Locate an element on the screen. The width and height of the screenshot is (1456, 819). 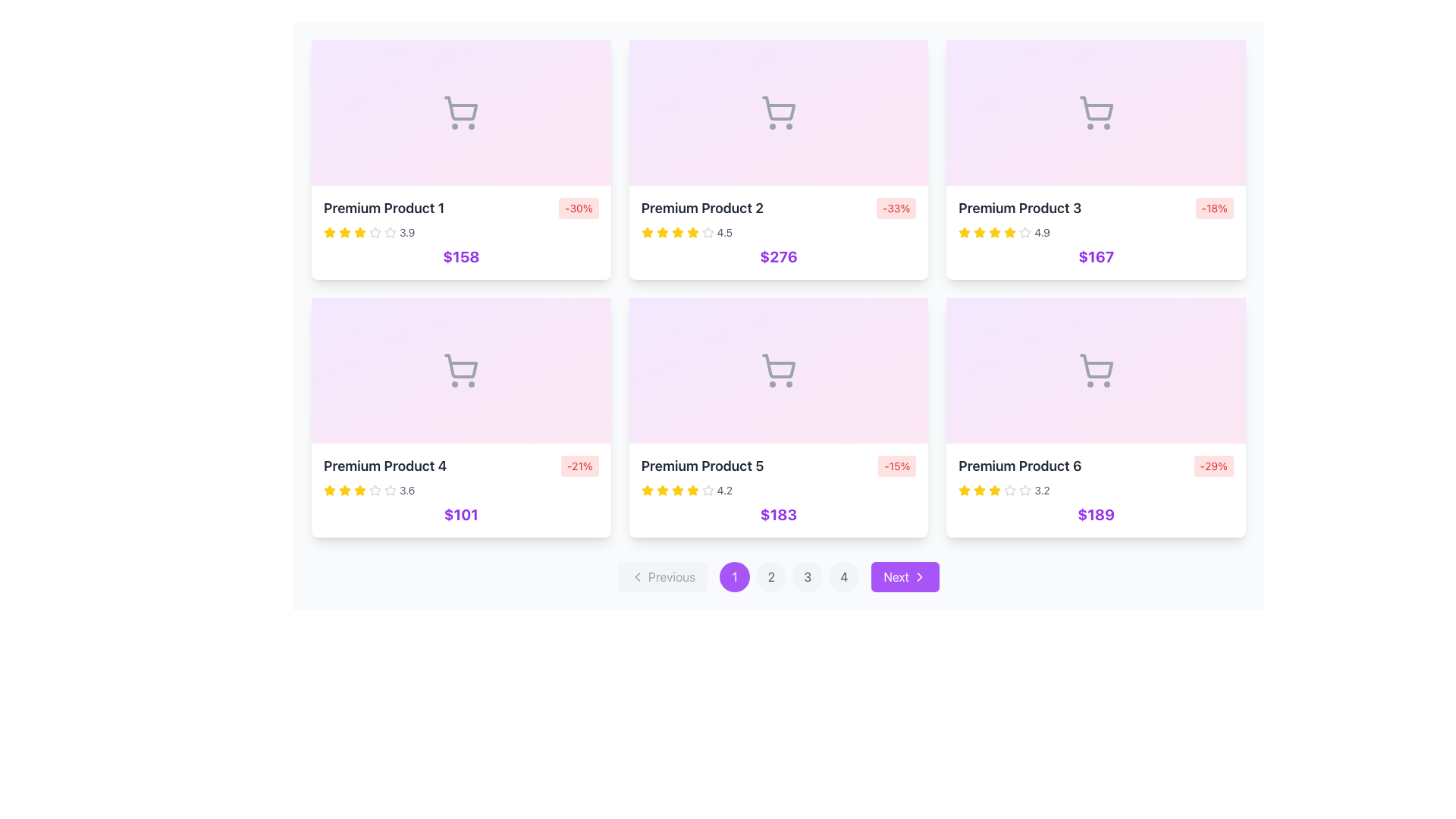
the fourth star icon in the rating system for the 'Premium Product 5' is located at coordinates (676, 490).